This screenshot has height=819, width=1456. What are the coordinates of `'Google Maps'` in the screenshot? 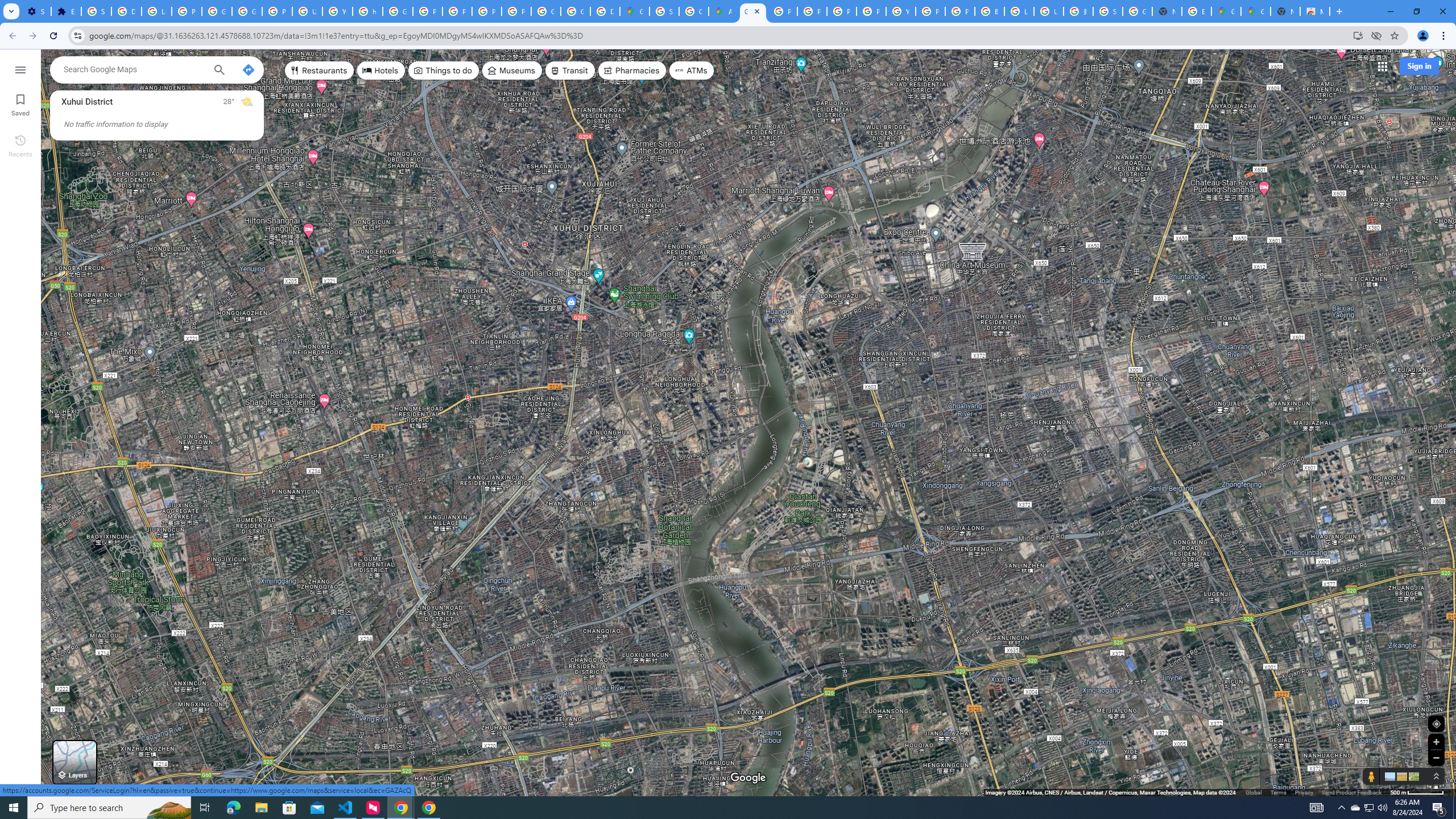 It's located at (753, 11).